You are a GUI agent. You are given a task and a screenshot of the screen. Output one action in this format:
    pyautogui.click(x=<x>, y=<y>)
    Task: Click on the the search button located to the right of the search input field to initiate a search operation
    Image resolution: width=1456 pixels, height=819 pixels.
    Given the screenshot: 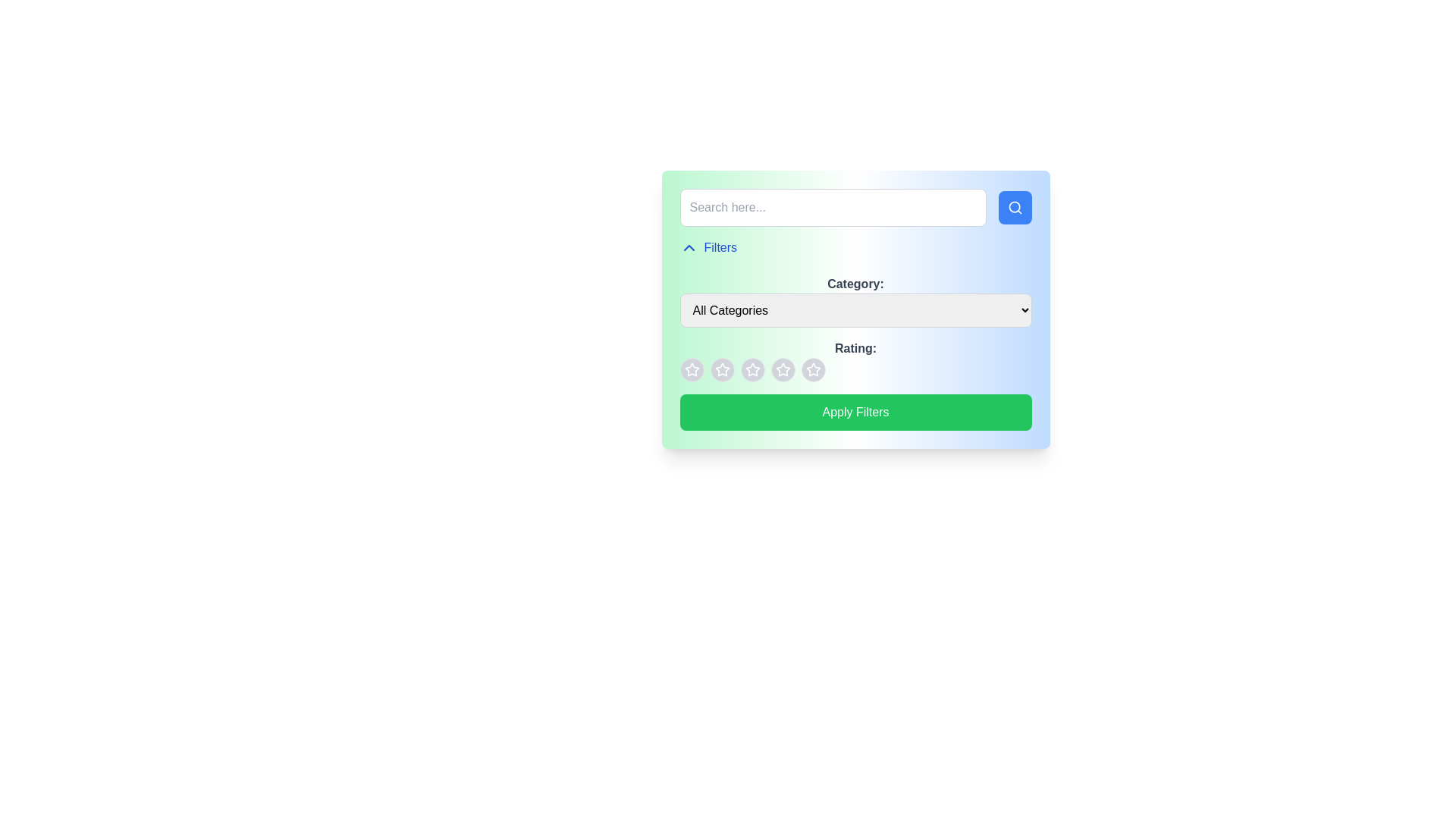 What is the action you would take?
    pyautogui.click(x=1015, y=207)
    